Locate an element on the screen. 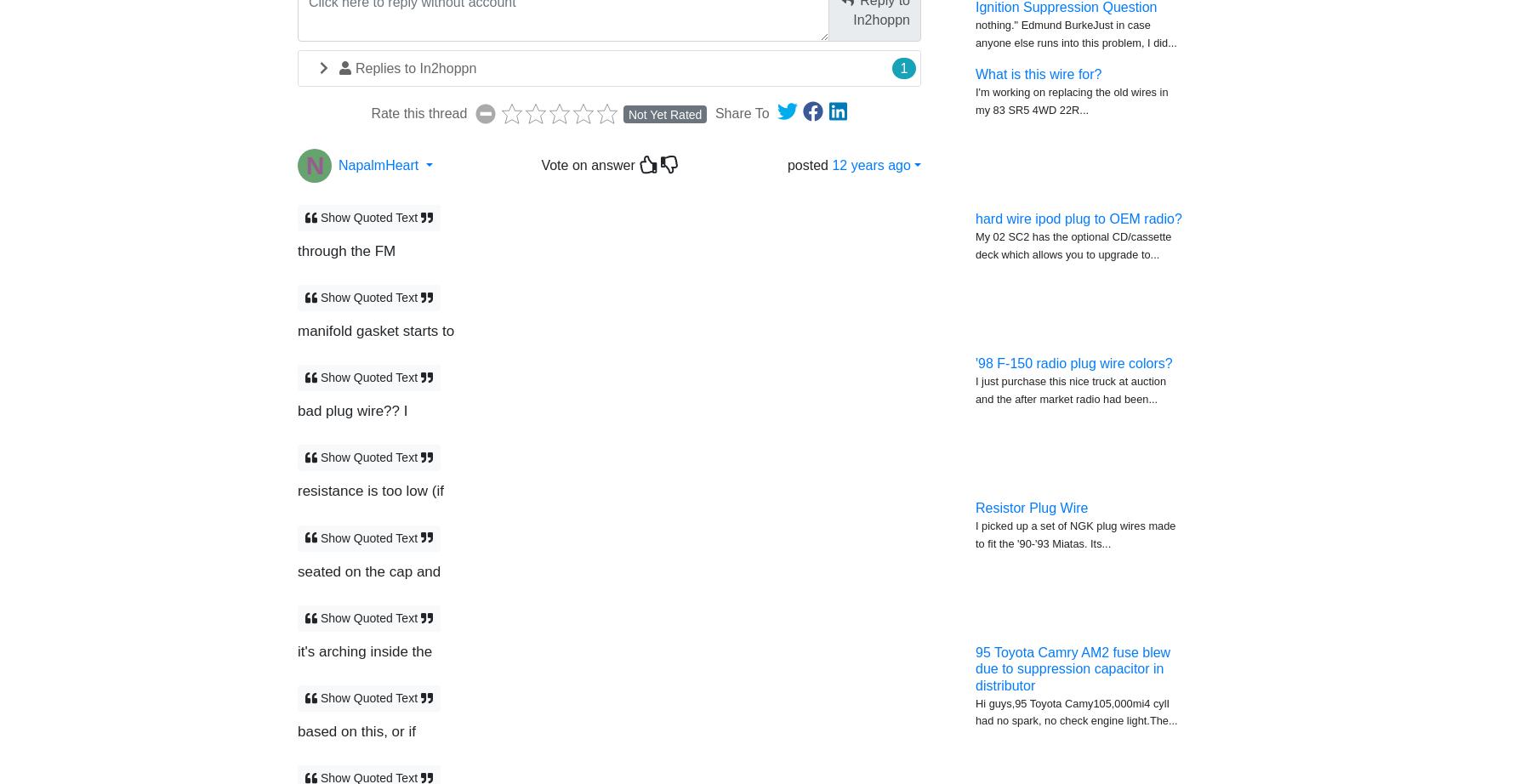  'Hi guys,95 Toyota Camy105,000mi4 cylI had no spark,  no check engine light.The...' is located at coordinates (1076, 710).